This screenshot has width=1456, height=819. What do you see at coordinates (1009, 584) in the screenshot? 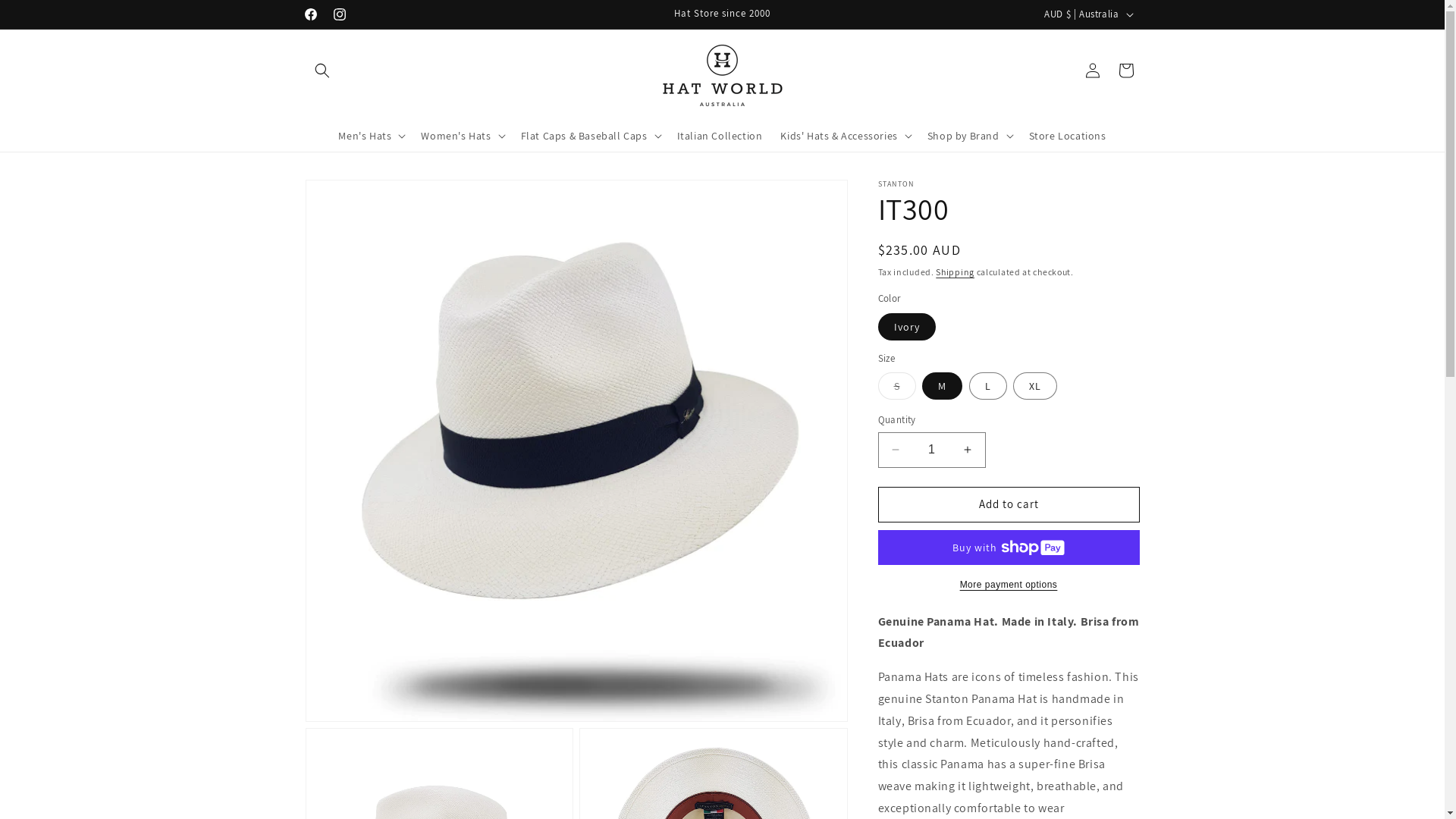
I see `'More payment options'` at bounding box center [1009, 584].